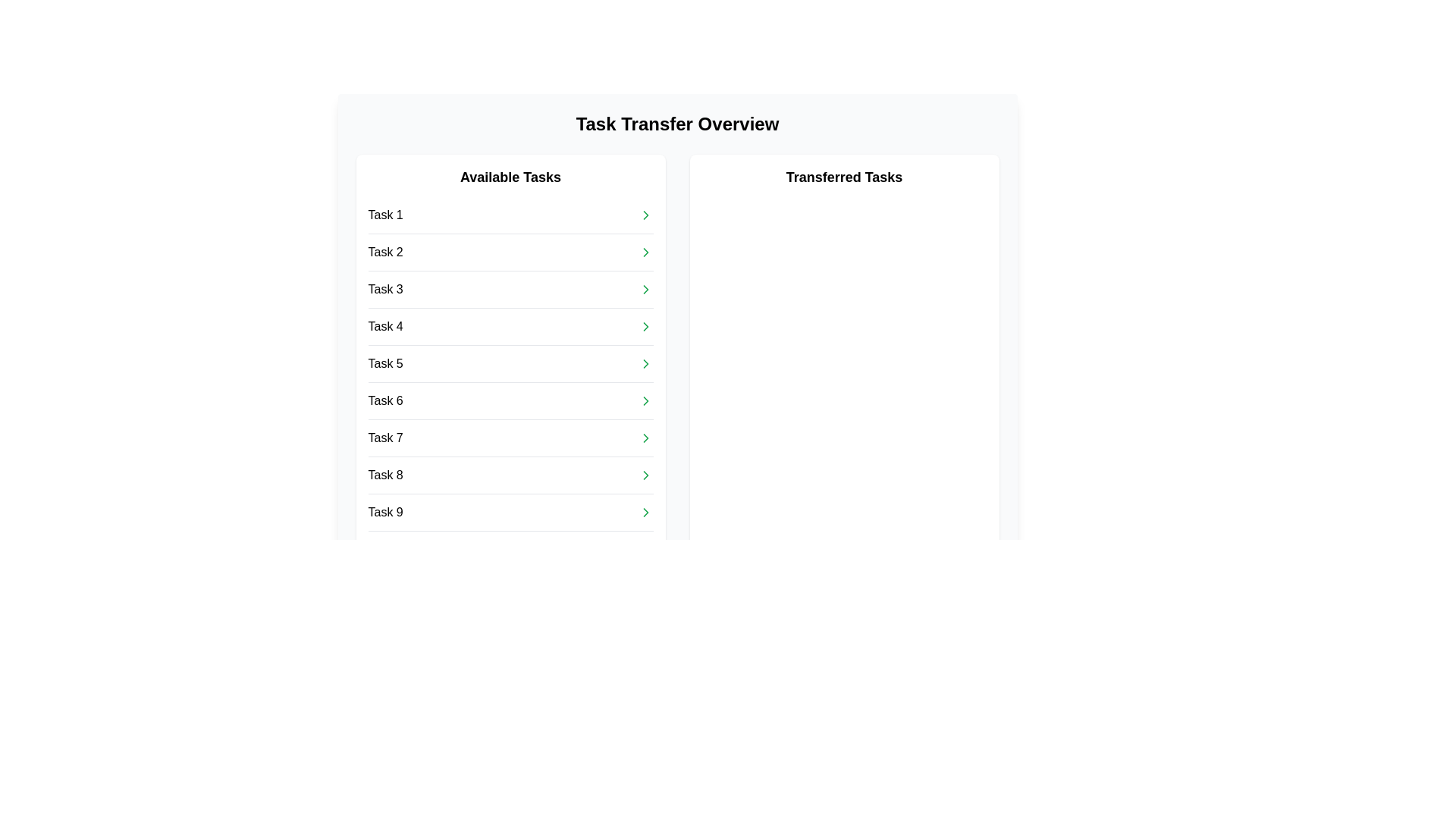  I want to click on the green rightward chevron icon next to 'Task 7' in the 'Available Tasks' panel, so click(645, 438).